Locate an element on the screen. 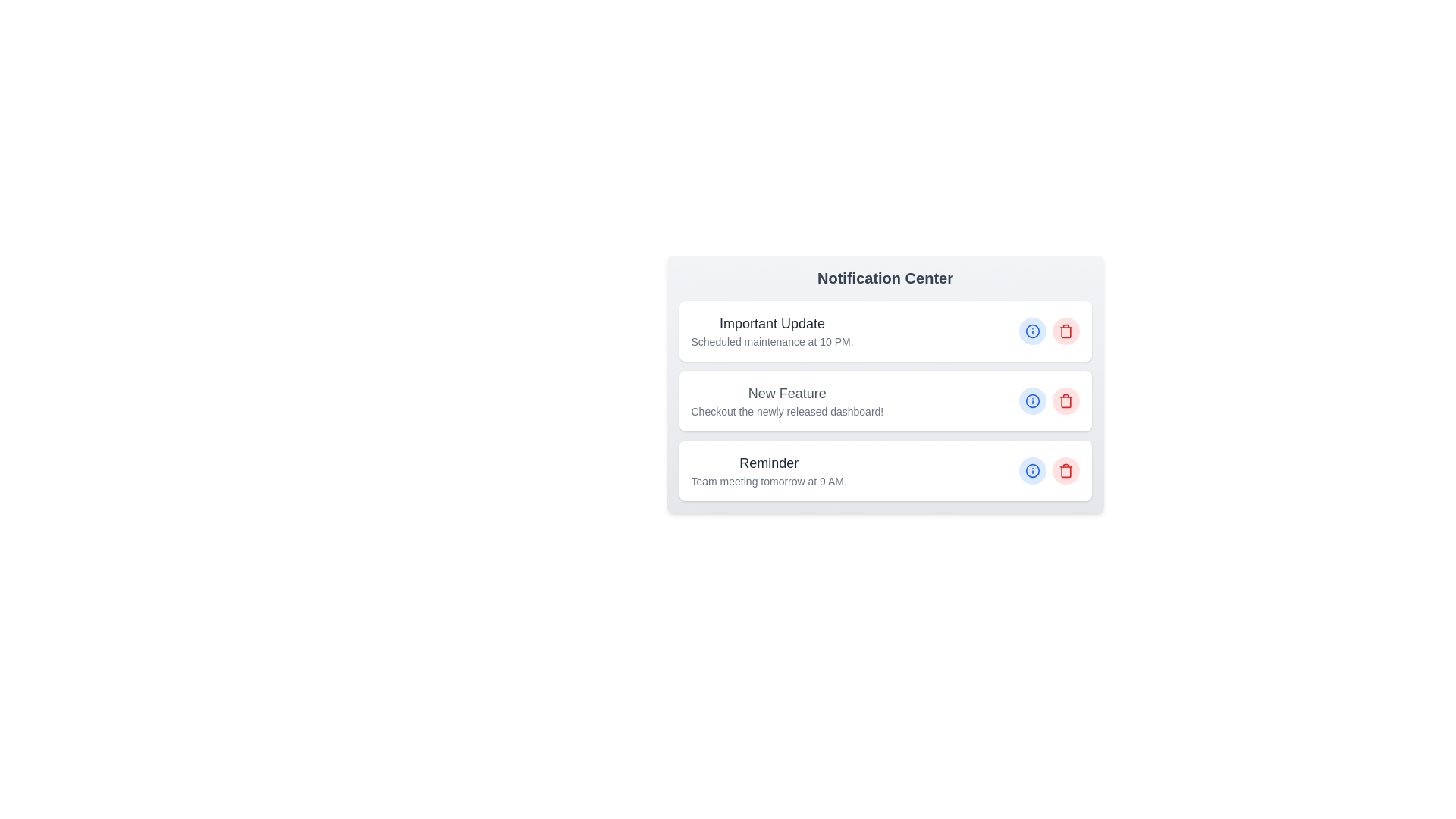 Image resolution: width=1456 pixels, height=819 pixels. the item with title Important Update is located at coordinates (885, 330).